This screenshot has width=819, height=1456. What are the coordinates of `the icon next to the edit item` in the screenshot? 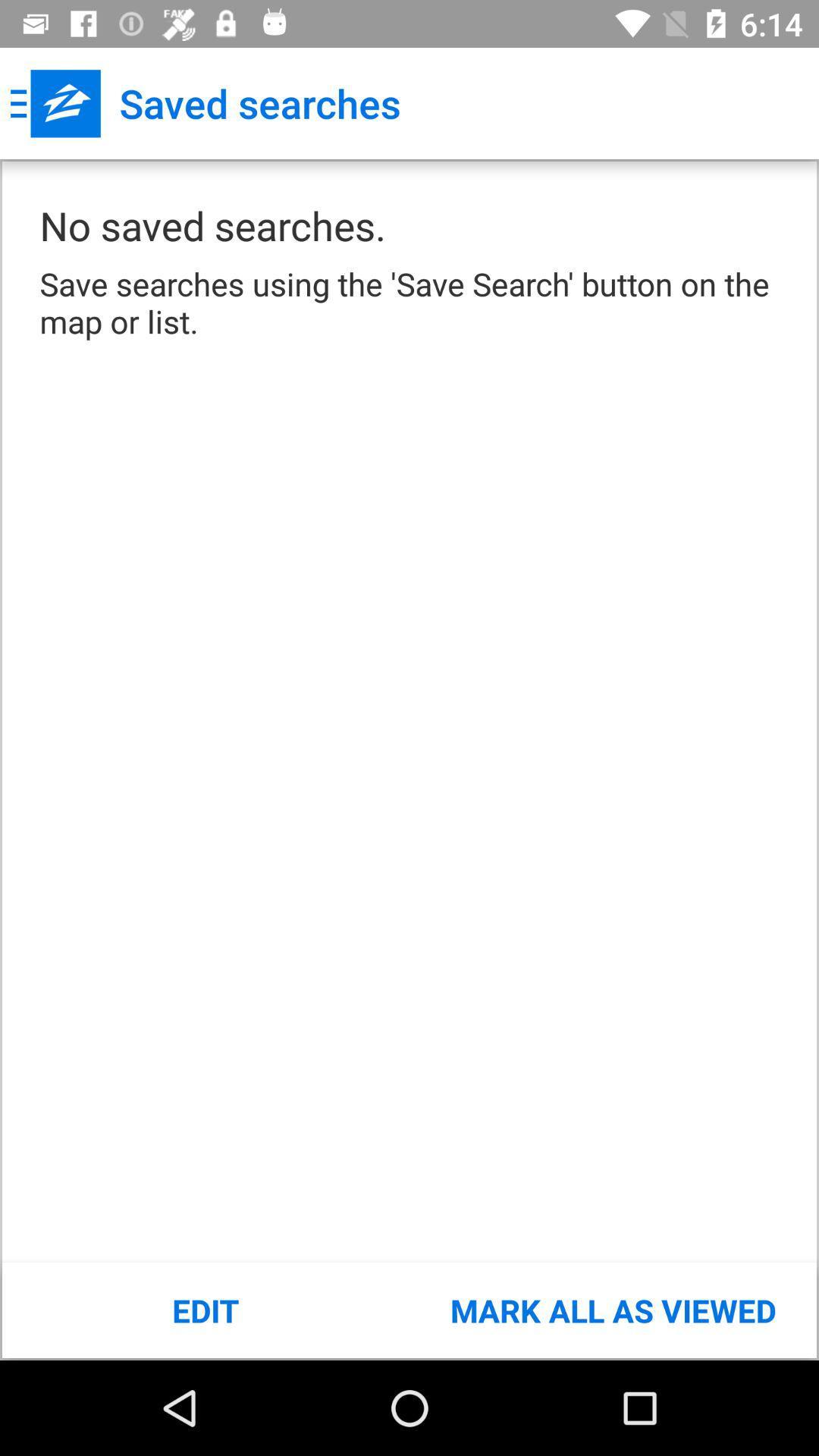 It's located at (612, 1310).